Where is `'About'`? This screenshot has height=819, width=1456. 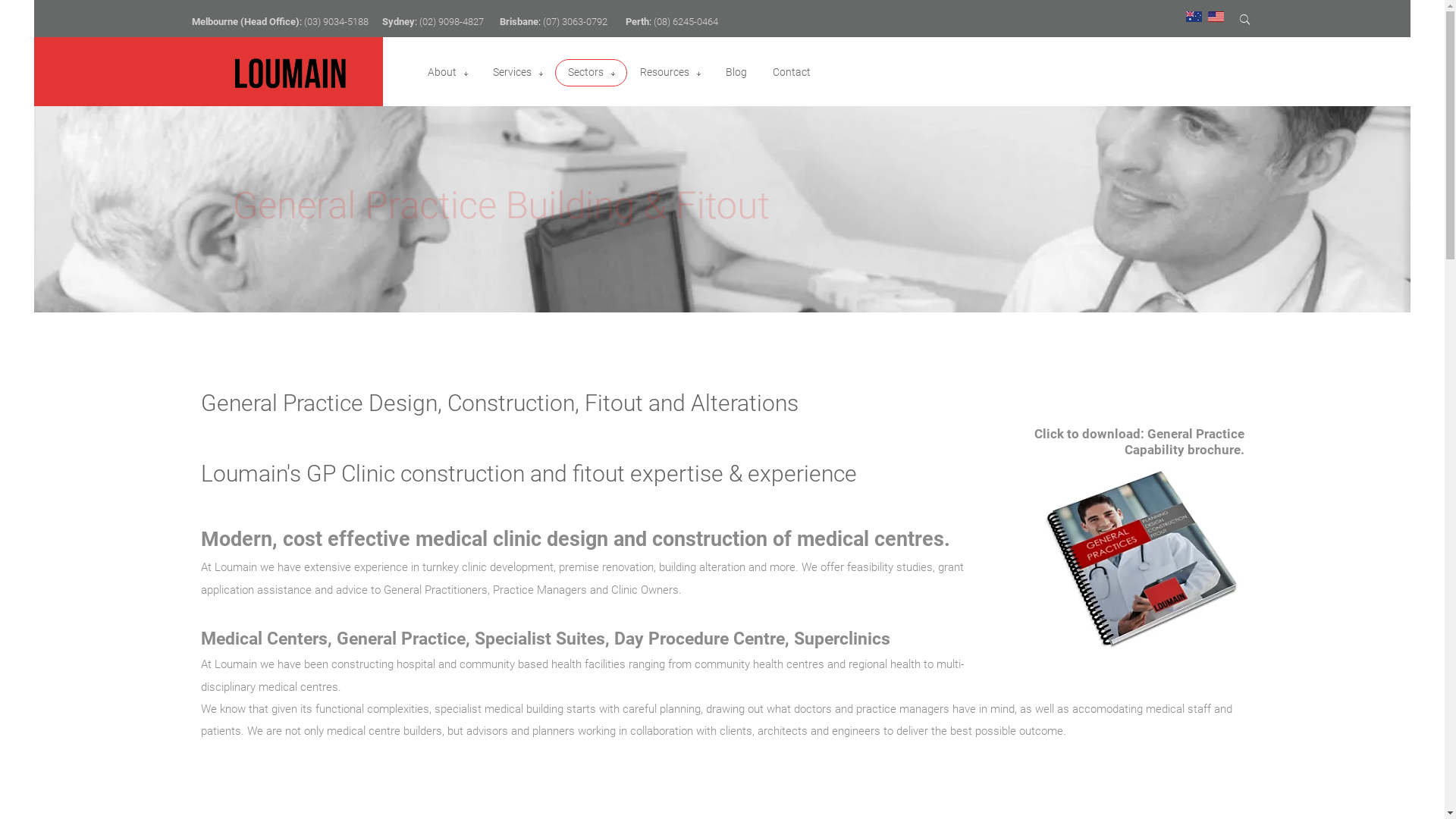 'About' is located at coordinates (441, 72).